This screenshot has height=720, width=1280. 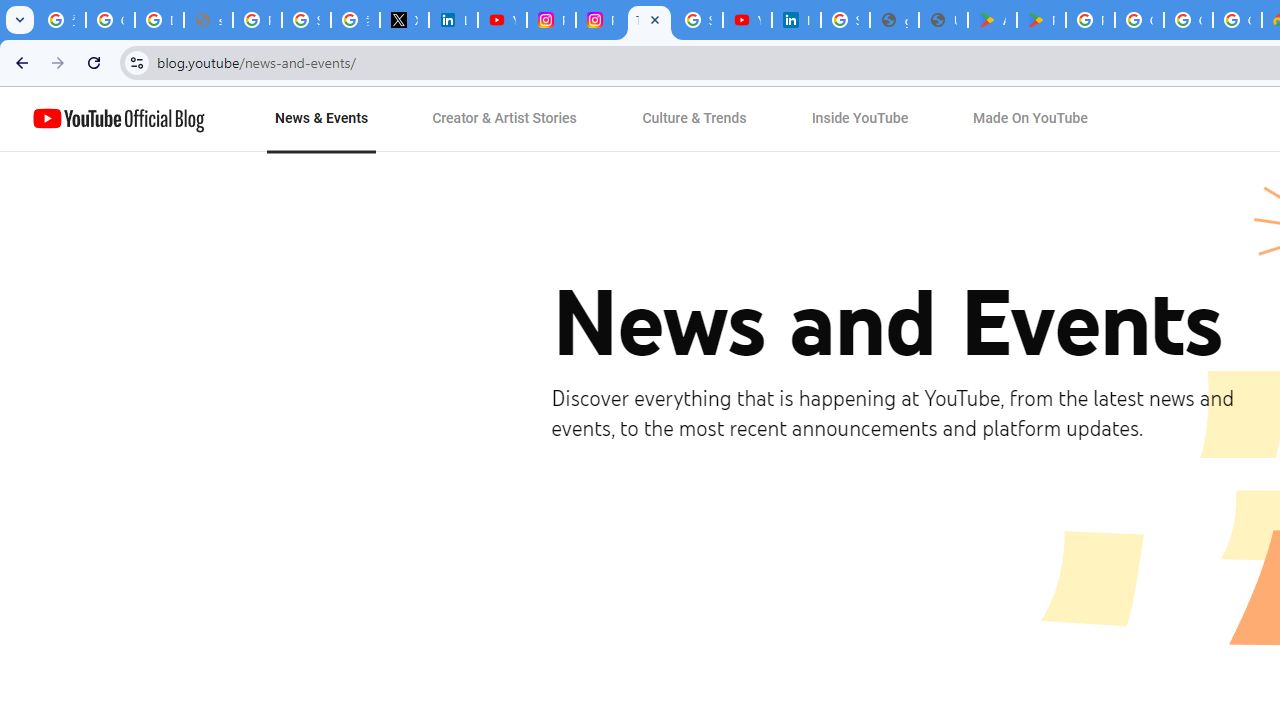 What do you see at coordinates (845, 20) in the screenshot?
I see `'Sign in - Google Accounts'` at bounding box center [845, 20].